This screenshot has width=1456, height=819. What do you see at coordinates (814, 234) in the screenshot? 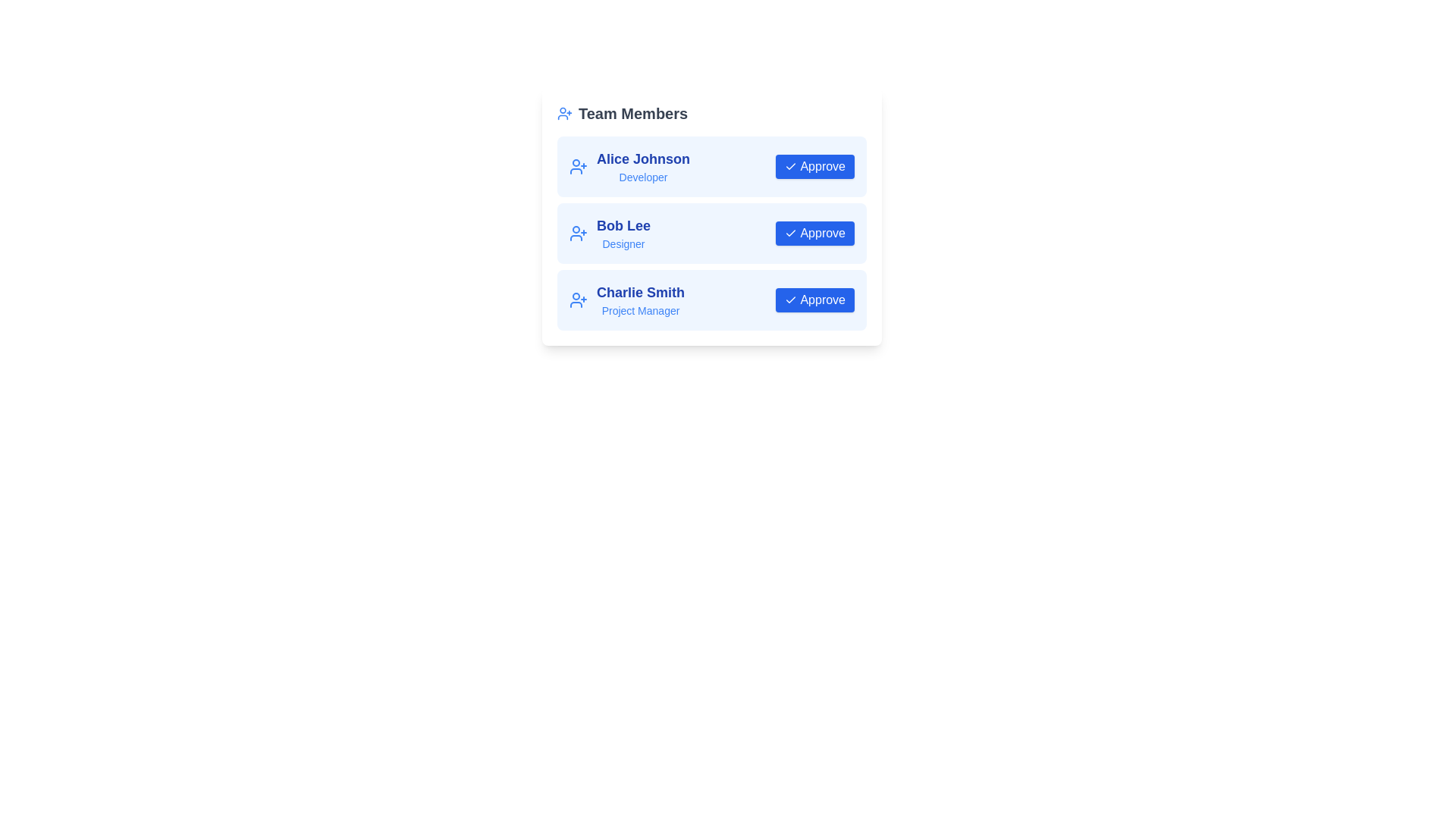
I see `the 'Approve' button associated with the team member 'Bob Lee' to confirm and process the approval action` at bounding box center [814, 234].